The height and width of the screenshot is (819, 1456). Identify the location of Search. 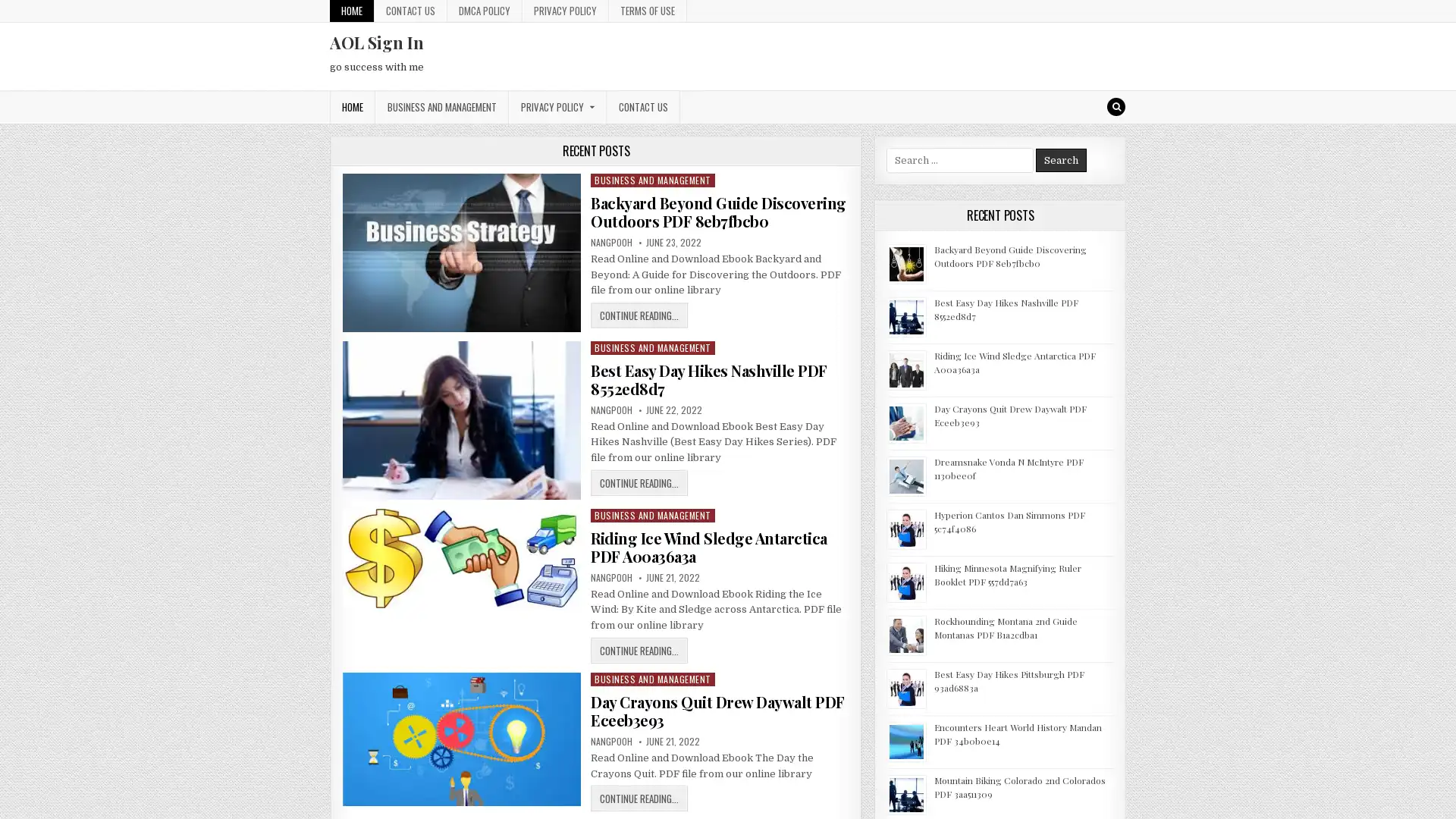
(1060, 160).